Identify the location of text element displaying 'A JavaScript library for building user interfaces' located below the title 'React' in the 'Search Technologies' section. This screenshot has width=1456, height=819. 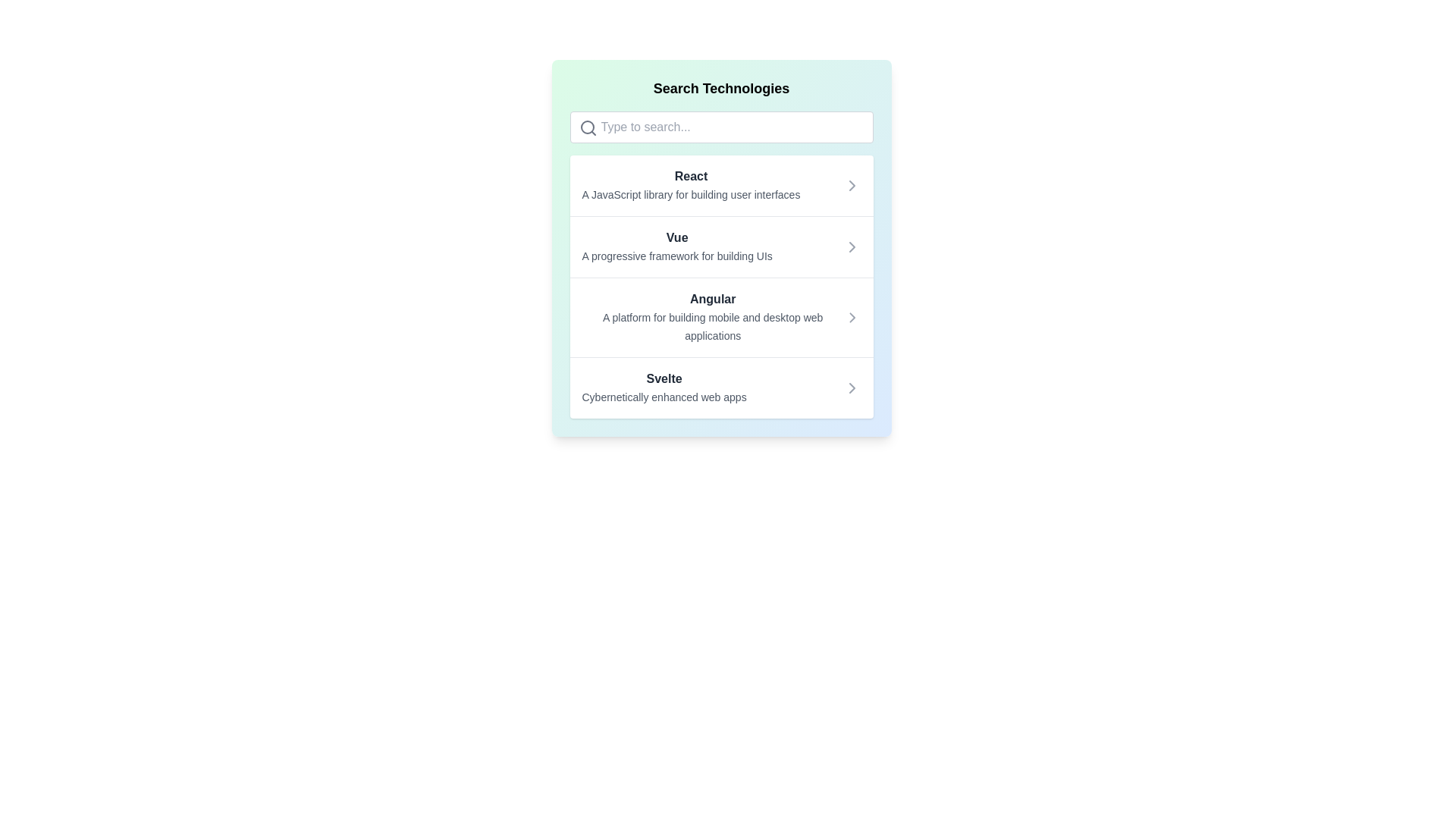
(690, 194).